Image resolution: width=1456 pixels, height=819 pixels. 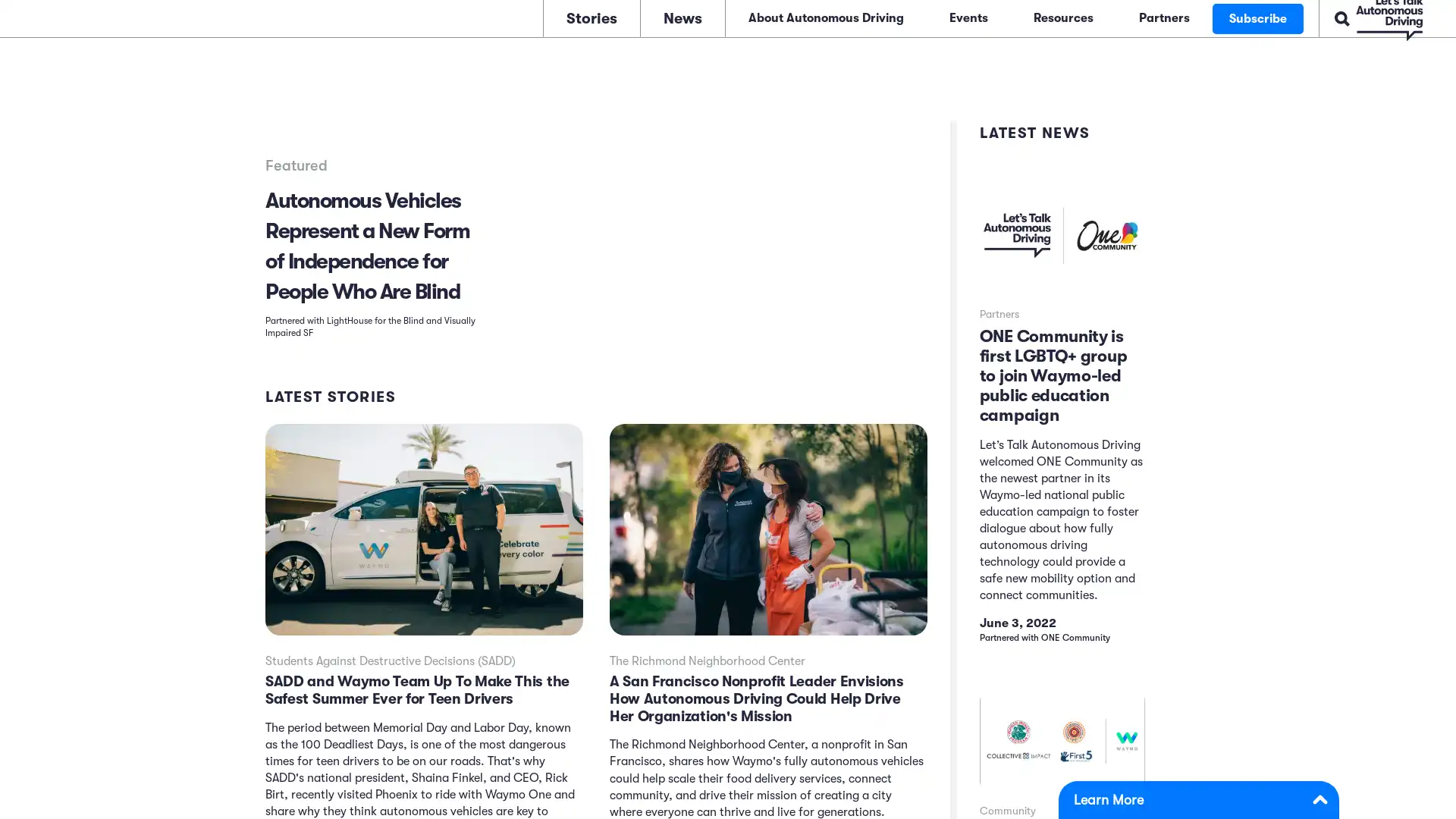 I want to click on Search, so click(x=1292, y=17).